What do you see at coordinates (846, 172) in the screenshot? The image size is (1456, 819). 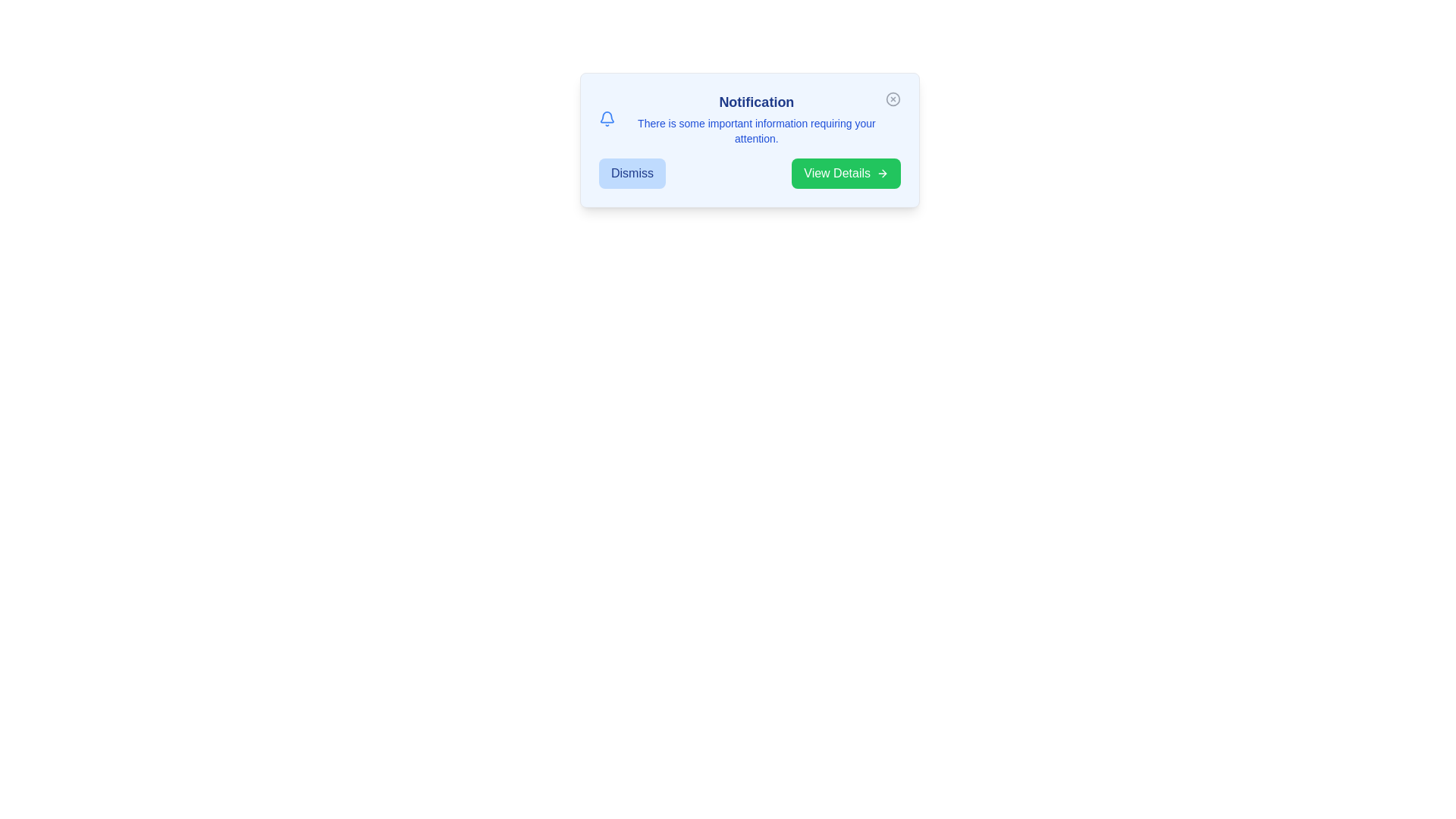 I see `the 'View Details' button to see the hover effect` at bounding box center [846, 172].